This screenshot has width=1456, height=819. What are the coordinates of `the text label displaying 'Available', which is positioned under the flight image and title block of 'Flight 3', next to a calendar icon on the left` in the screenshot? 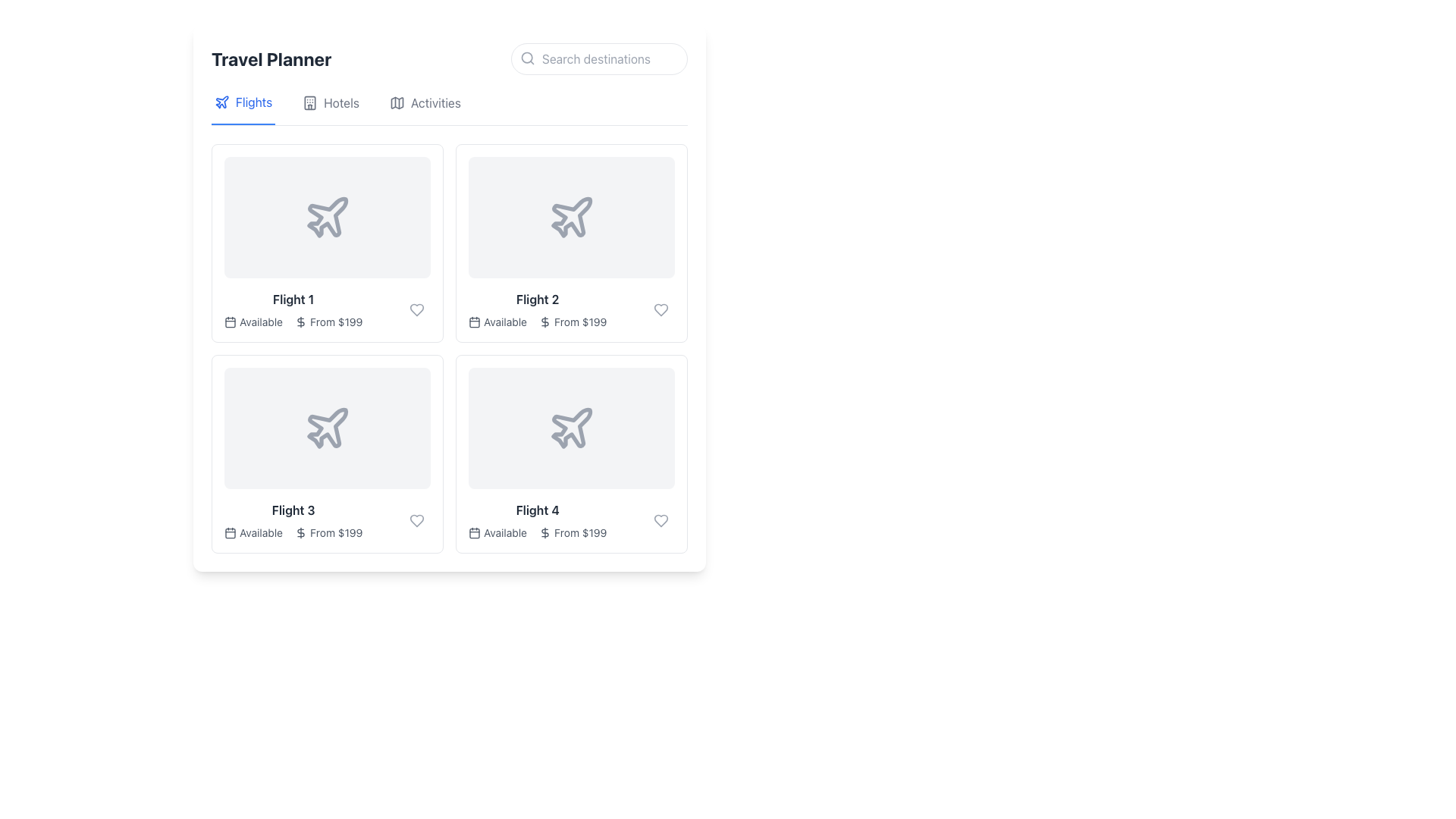 It's located at (261, 532).